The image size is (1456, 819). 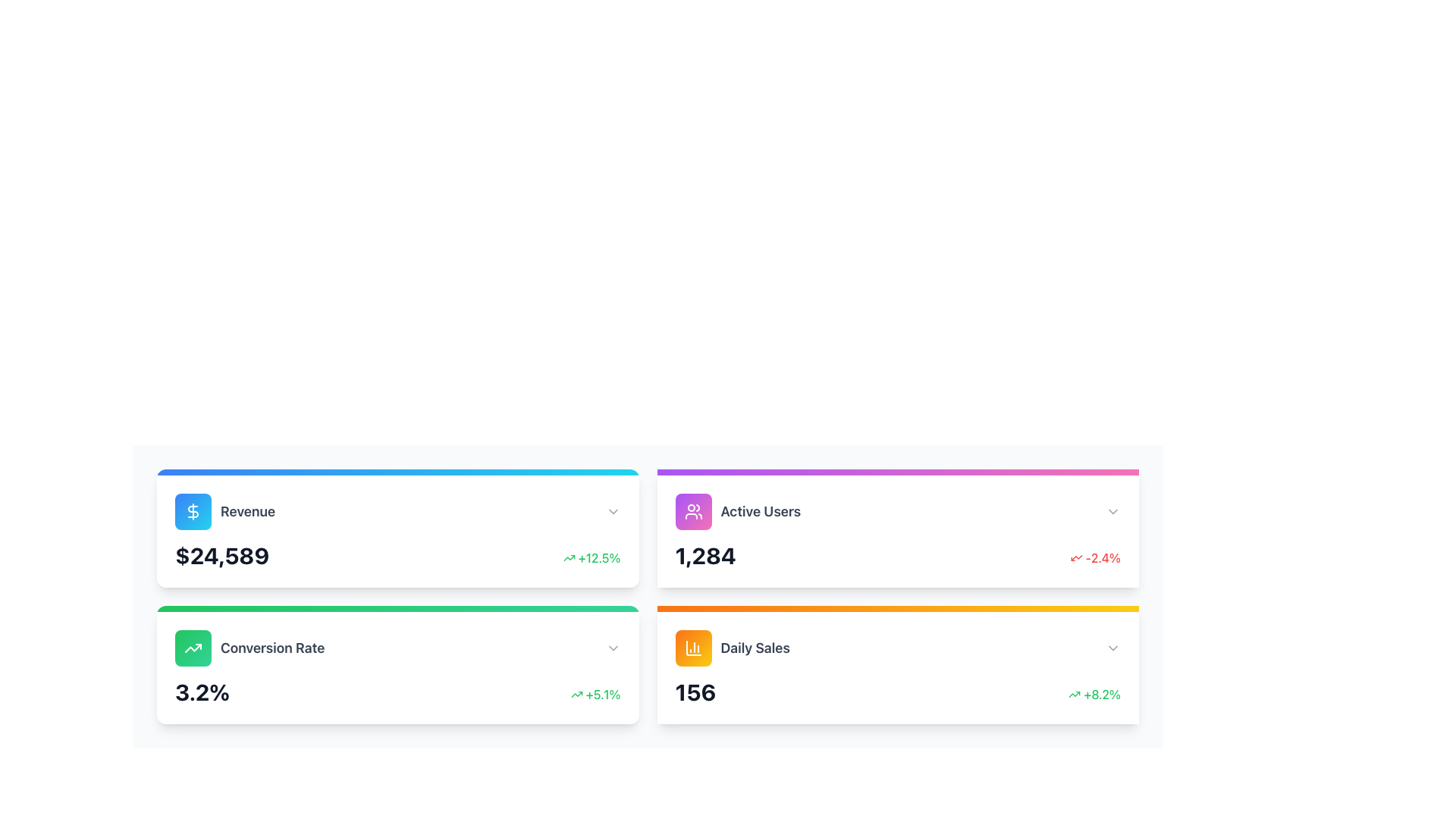 I want to click on displayed information from the Dashboard Card labeled 'Daily Sales', which is the fourth card in a 2x2 grid located in the bottom-right quadrant, so click(x=898, y=667).